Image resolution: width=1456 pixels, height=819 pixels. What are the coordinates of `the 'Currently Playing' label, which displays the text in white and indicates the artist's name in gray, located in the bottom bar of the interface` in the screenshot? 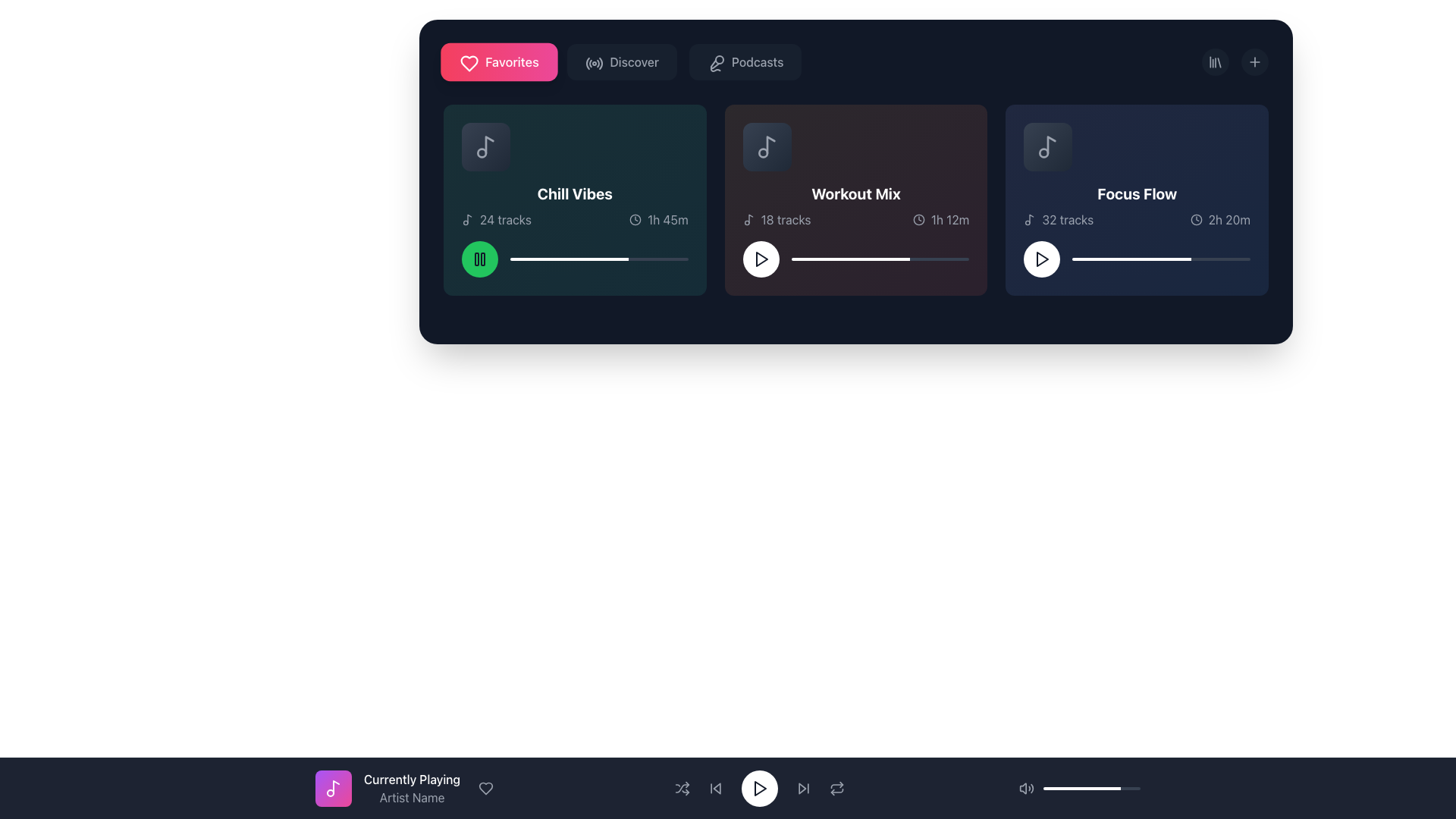 It's located at (728, 788).